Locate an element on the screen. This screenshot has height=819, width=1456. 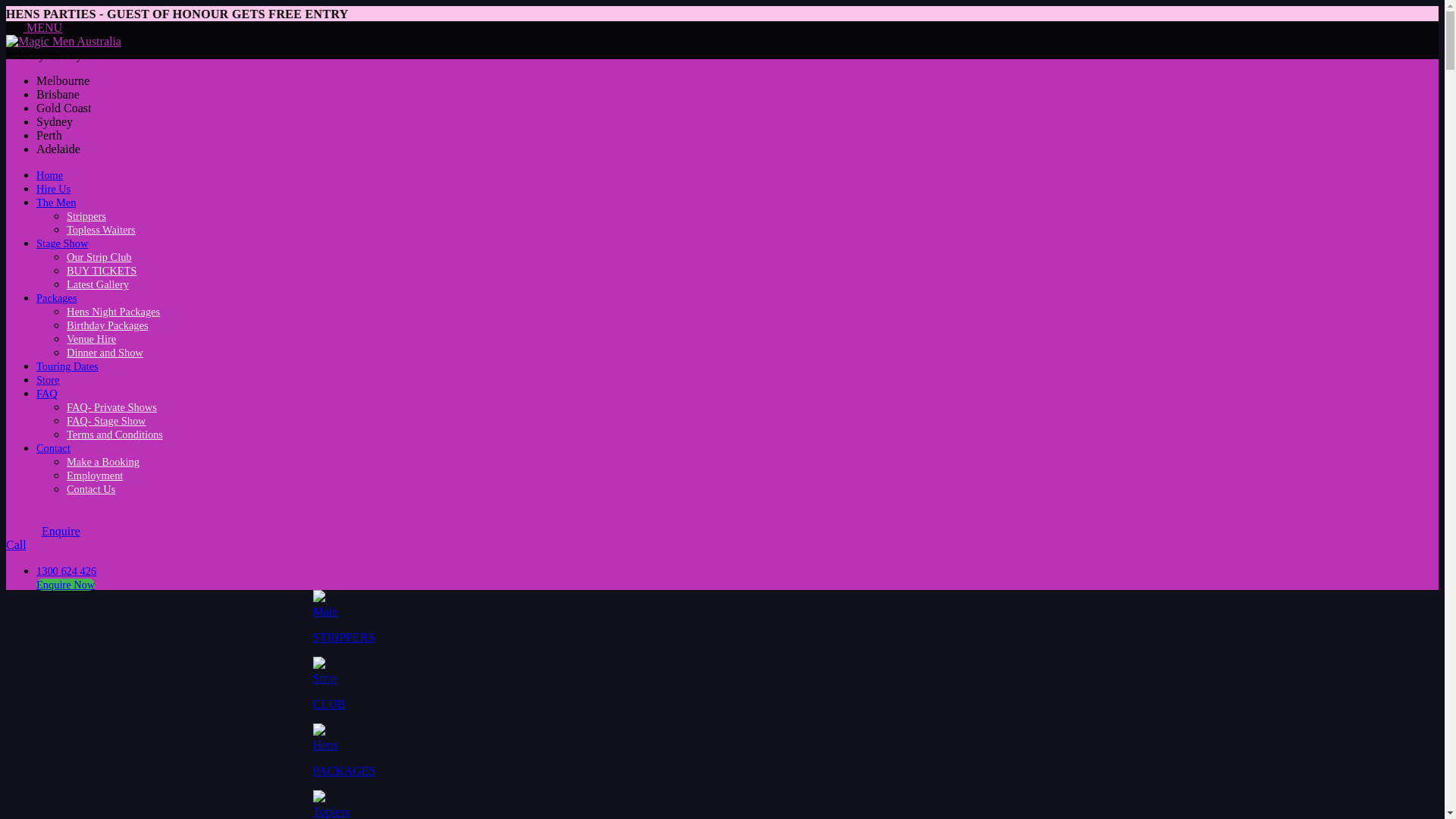
'Employment' is located at coordinates (93, 475).